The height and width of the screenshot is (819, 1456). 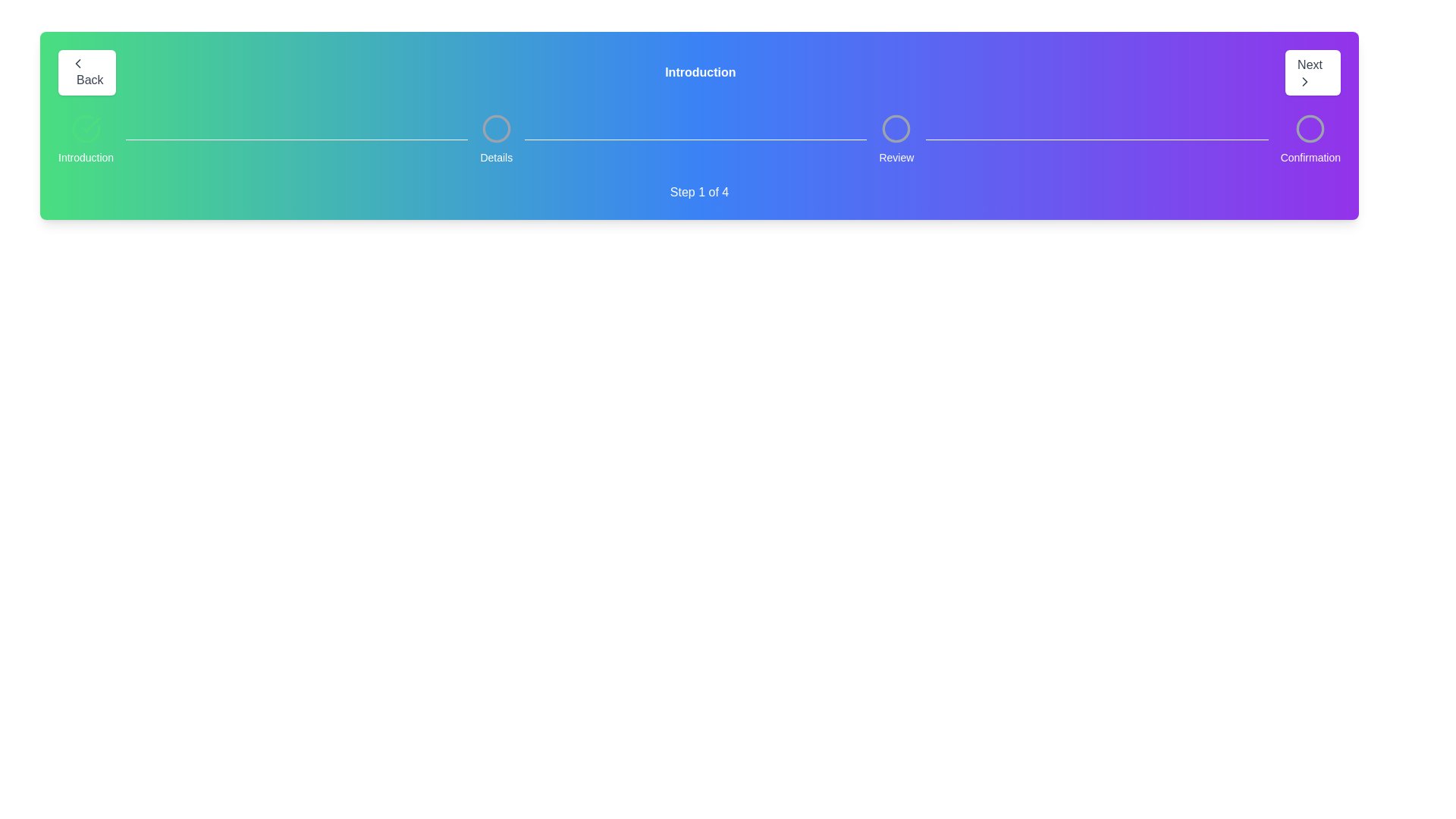 I want to click on keyboard navigation, so click(x=698, y=140).